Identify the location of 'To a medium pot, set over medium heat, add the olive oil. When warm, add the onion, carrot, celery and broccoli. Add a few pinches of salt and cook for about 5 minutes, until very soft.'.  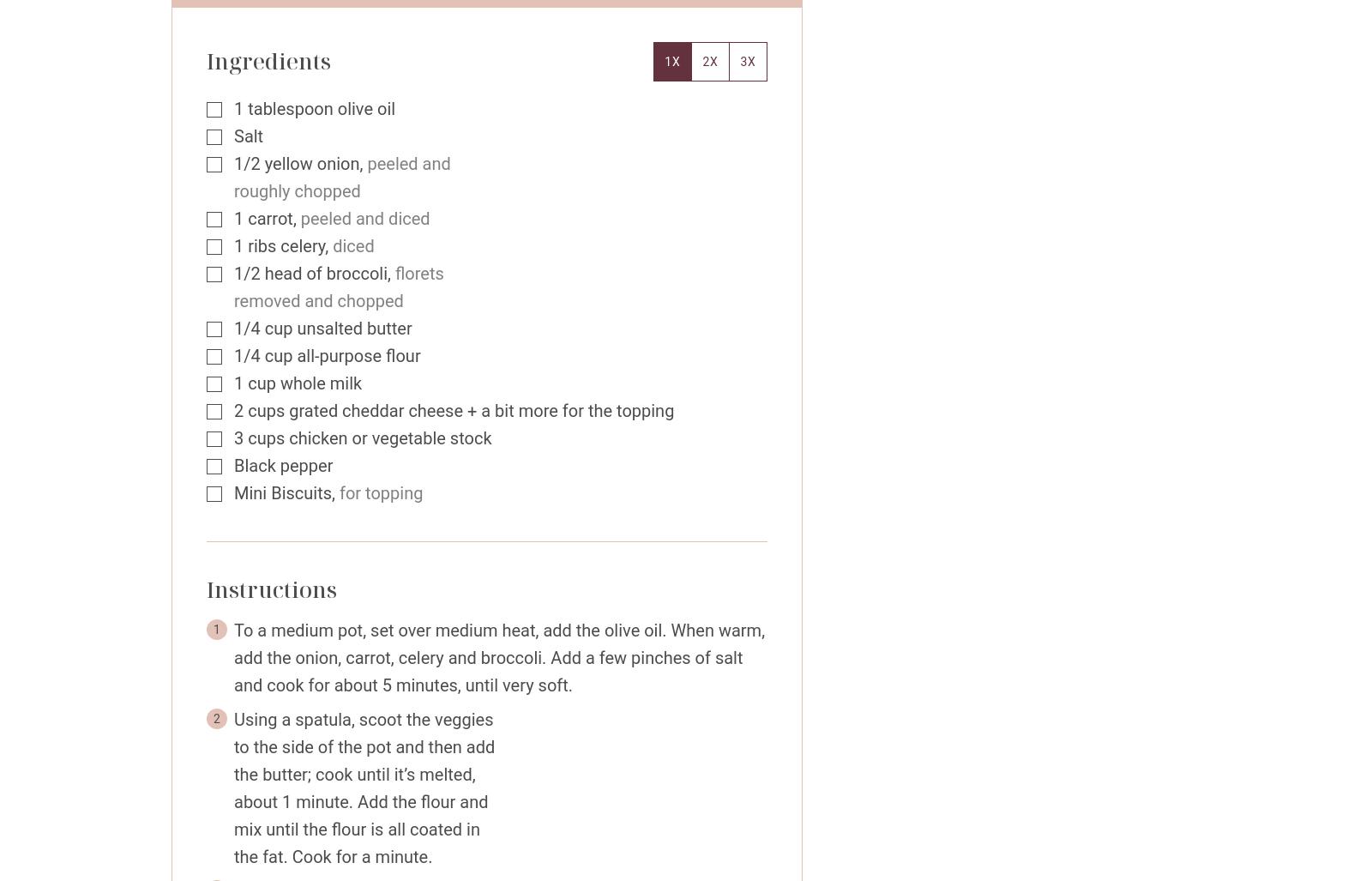
(498, 656).